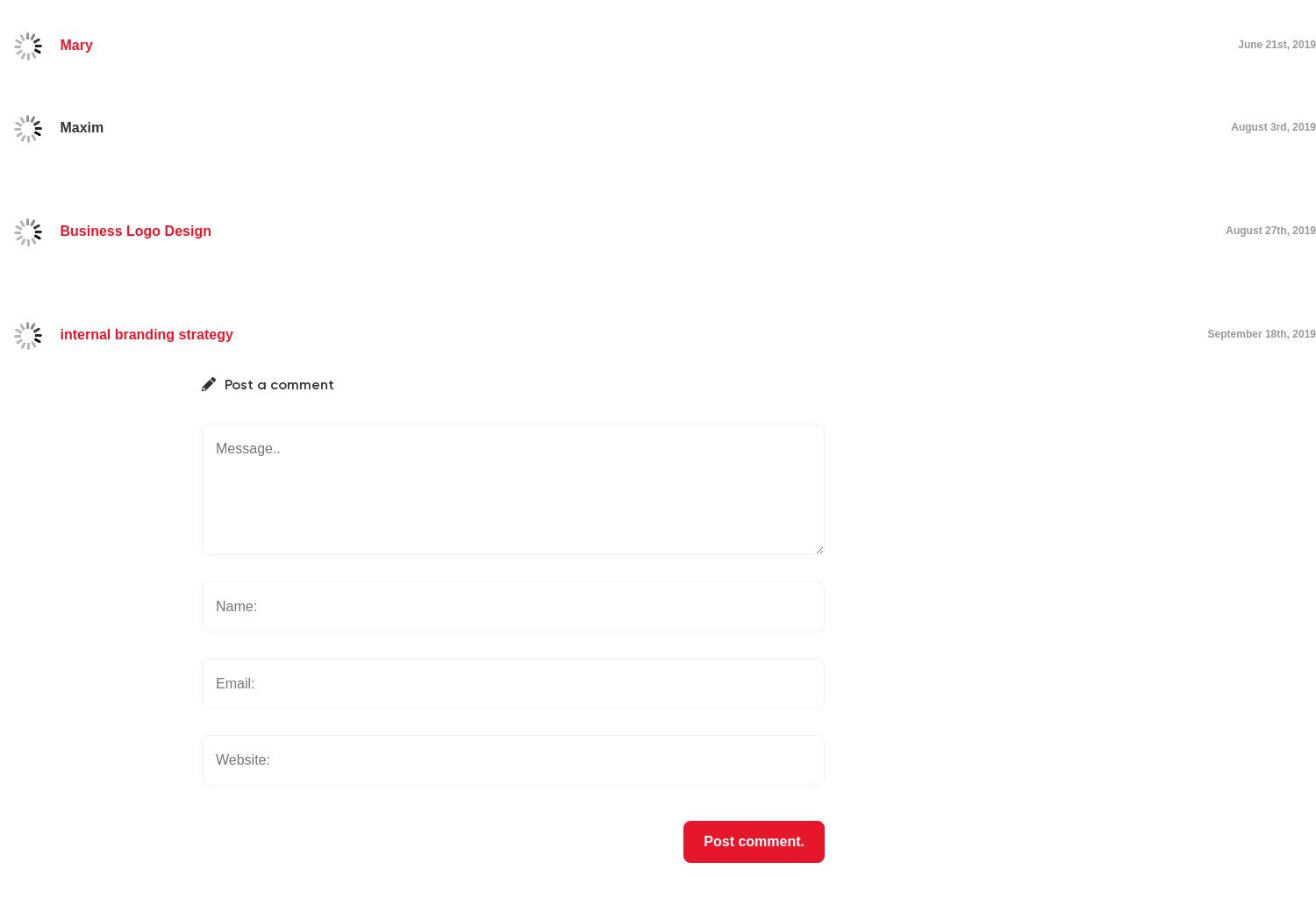 The image size is (1316, 898). Describe the element at coordinates (278, 383) in the screenshot. I see `'Post a comment'` at that location.